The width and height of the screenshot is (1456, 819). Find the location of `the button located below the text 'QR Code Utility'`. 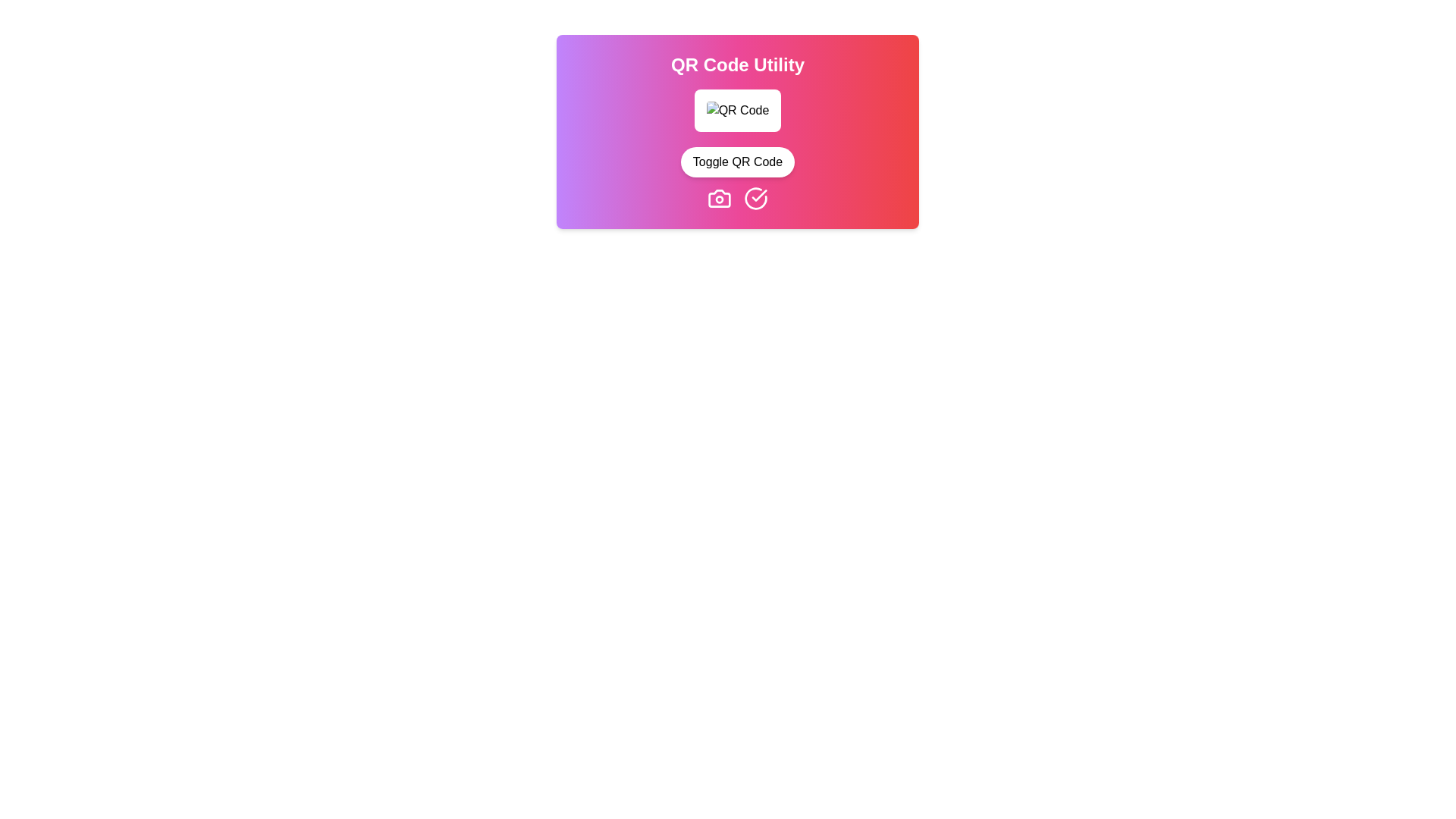

the button located below the text 'QR Code Utility' is located at coordinates (738, 162).